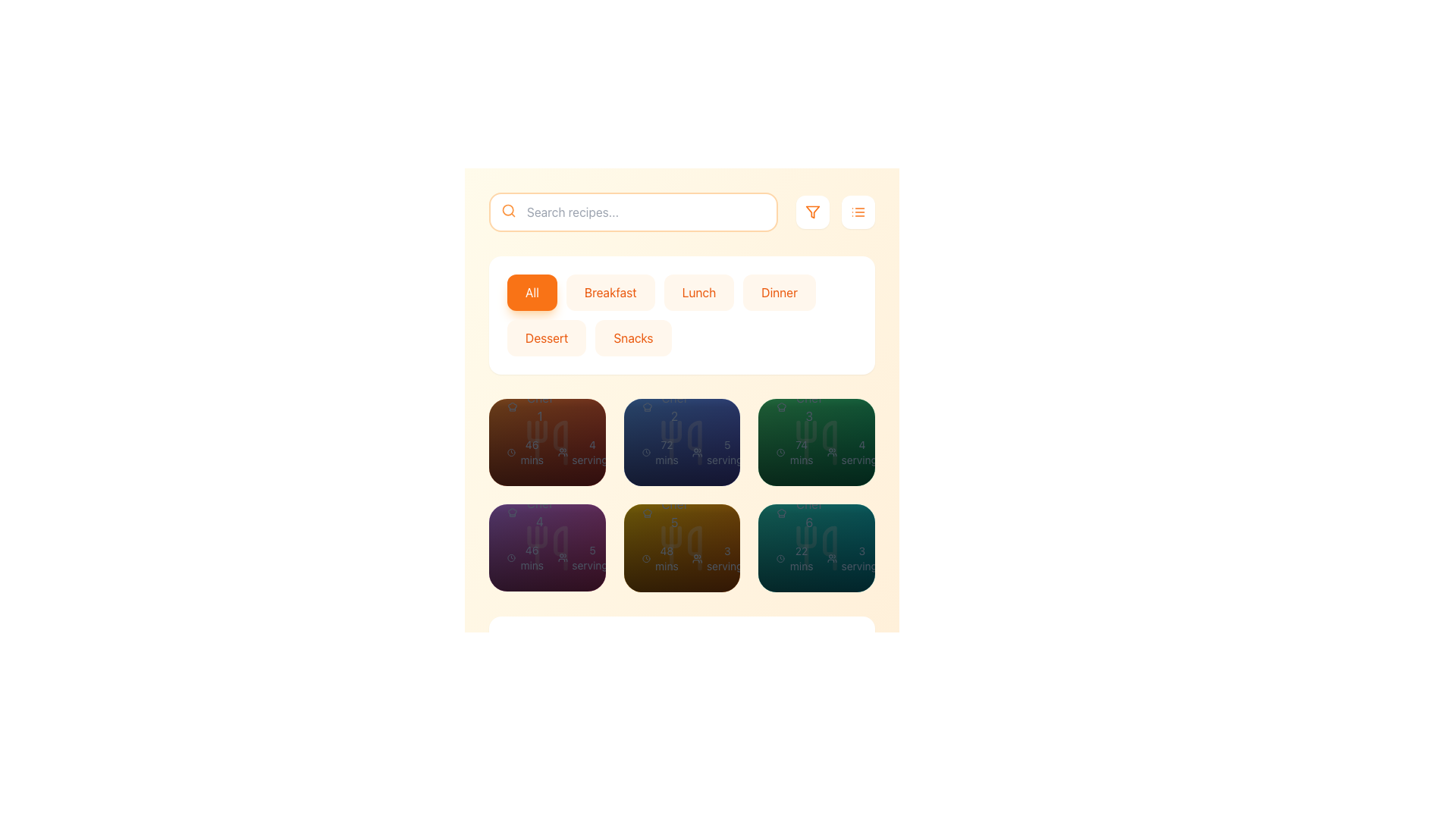 The height and width of the screenshot is (819, 1456). I want to click on the text label displaying '74 mins' with a clock icon, so click(795, 452).